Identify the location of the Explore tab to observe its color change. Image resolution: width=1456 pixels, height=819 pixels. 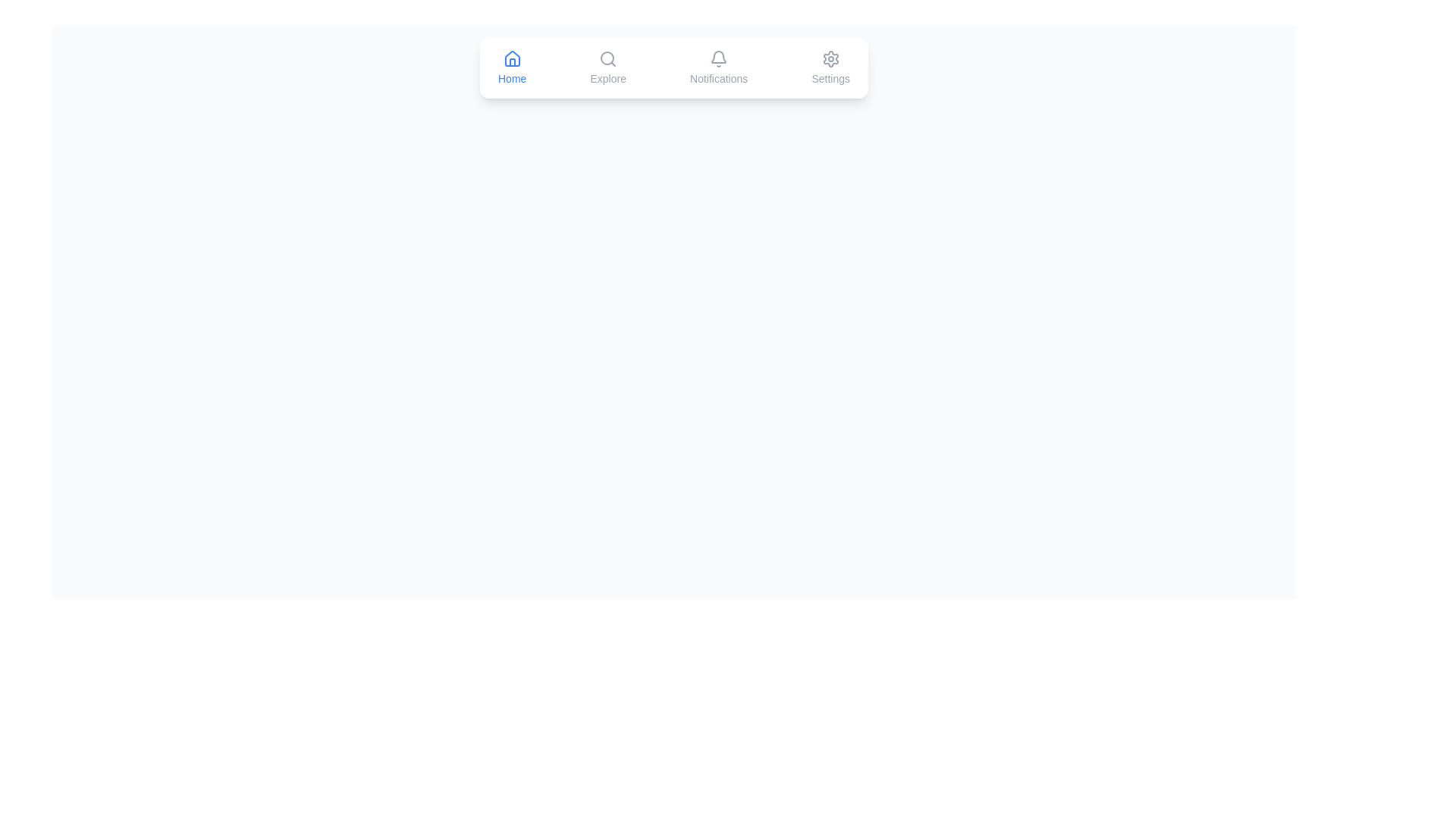
(608, 67).